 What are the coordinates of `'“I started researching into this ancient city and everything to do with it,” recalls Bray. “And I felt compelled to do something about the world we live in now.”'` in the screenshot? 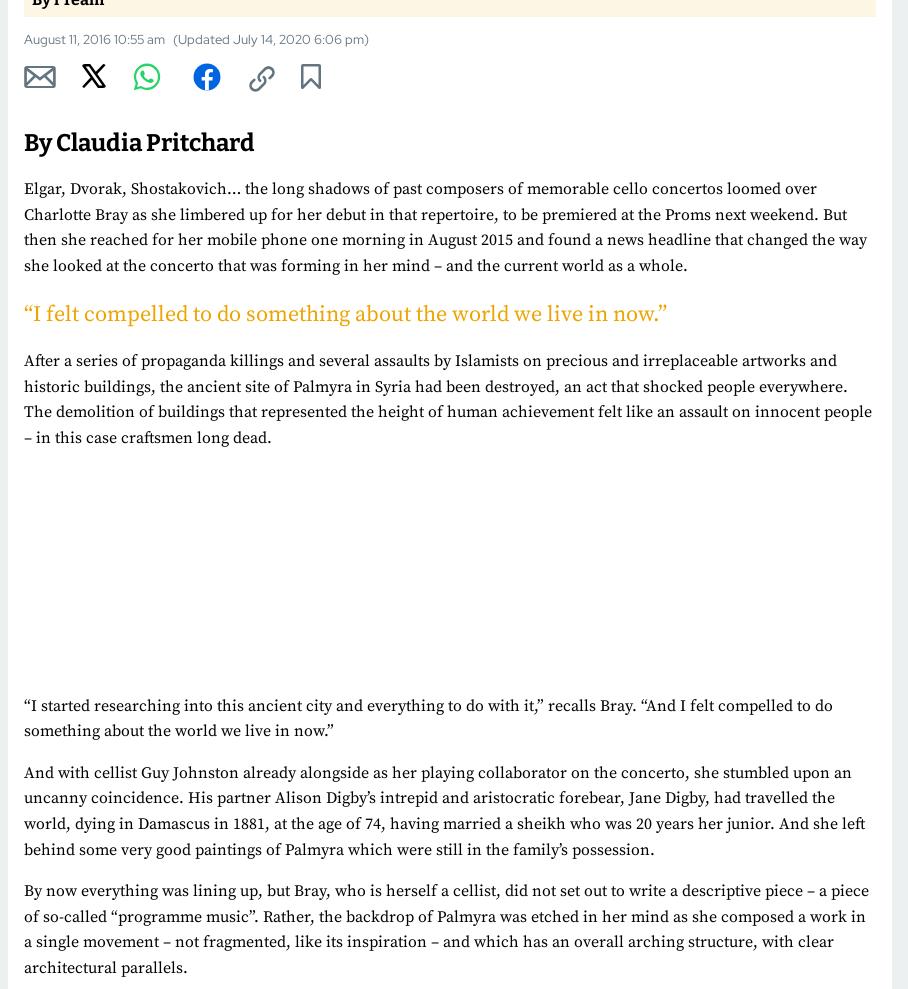 It's located at (428, 718).